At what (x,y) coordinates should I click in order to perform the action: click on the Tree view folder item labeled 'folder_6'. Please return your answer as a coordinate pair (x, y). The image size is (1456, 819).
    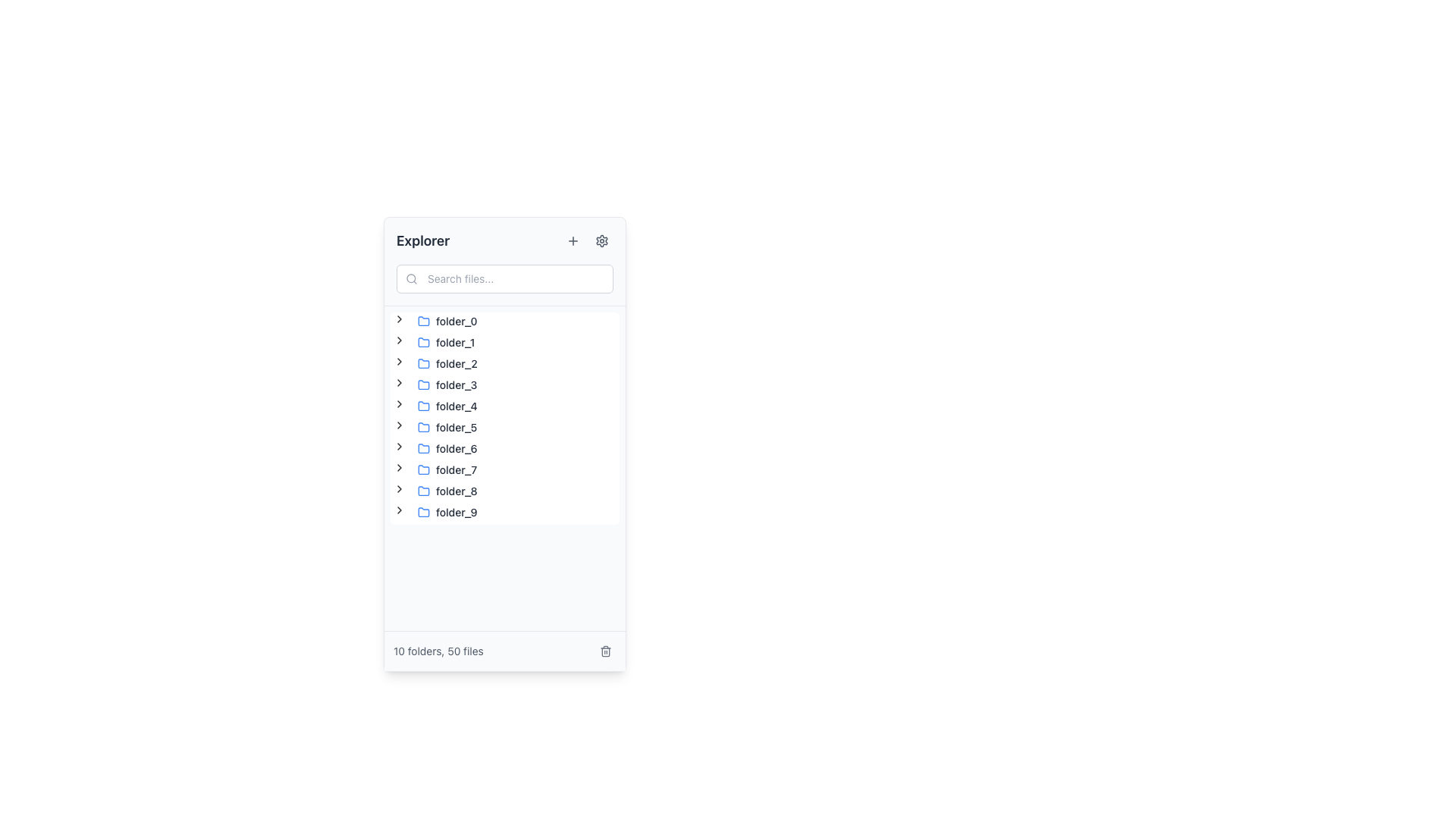
    Looking at the image, I should click on (436, 447).